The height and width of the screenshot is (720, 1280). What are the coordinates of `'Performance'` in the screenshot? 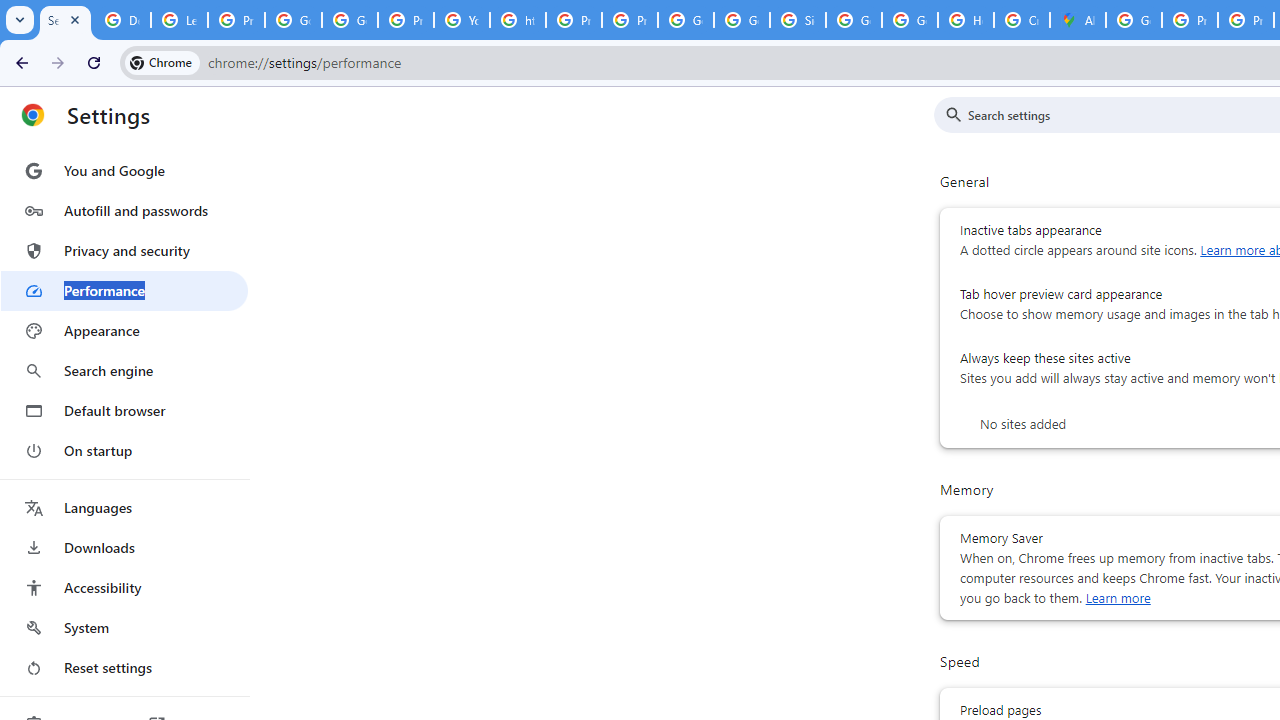 It's located at (123, 290).